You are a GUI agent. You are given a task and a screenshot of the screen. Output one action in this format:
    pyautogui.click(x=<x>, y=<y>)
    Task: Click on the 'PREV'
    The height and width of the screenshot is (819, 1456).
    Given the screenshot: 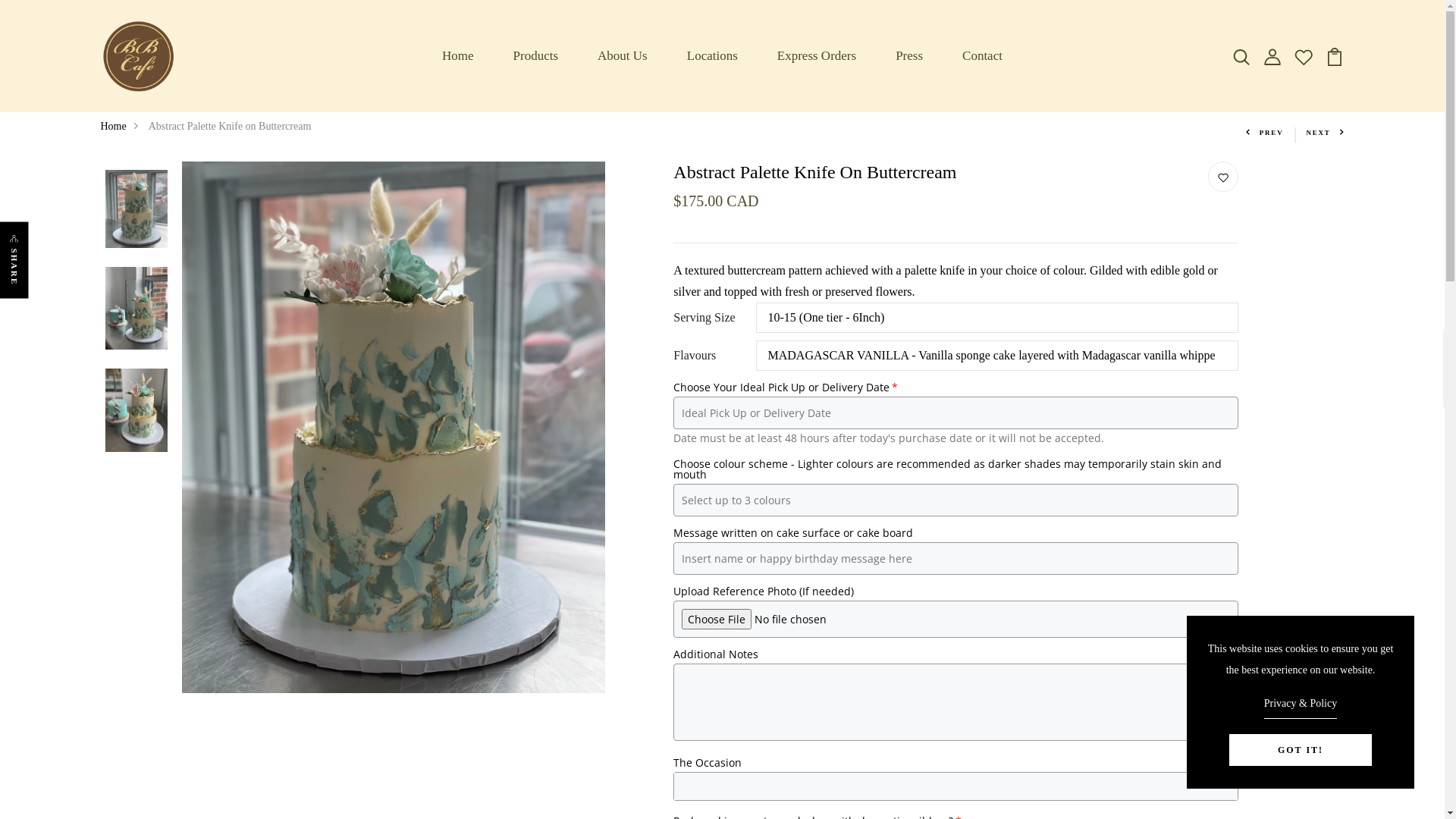 What is the action you would take?
    pyautogui.click(x=1264, y=131)
    